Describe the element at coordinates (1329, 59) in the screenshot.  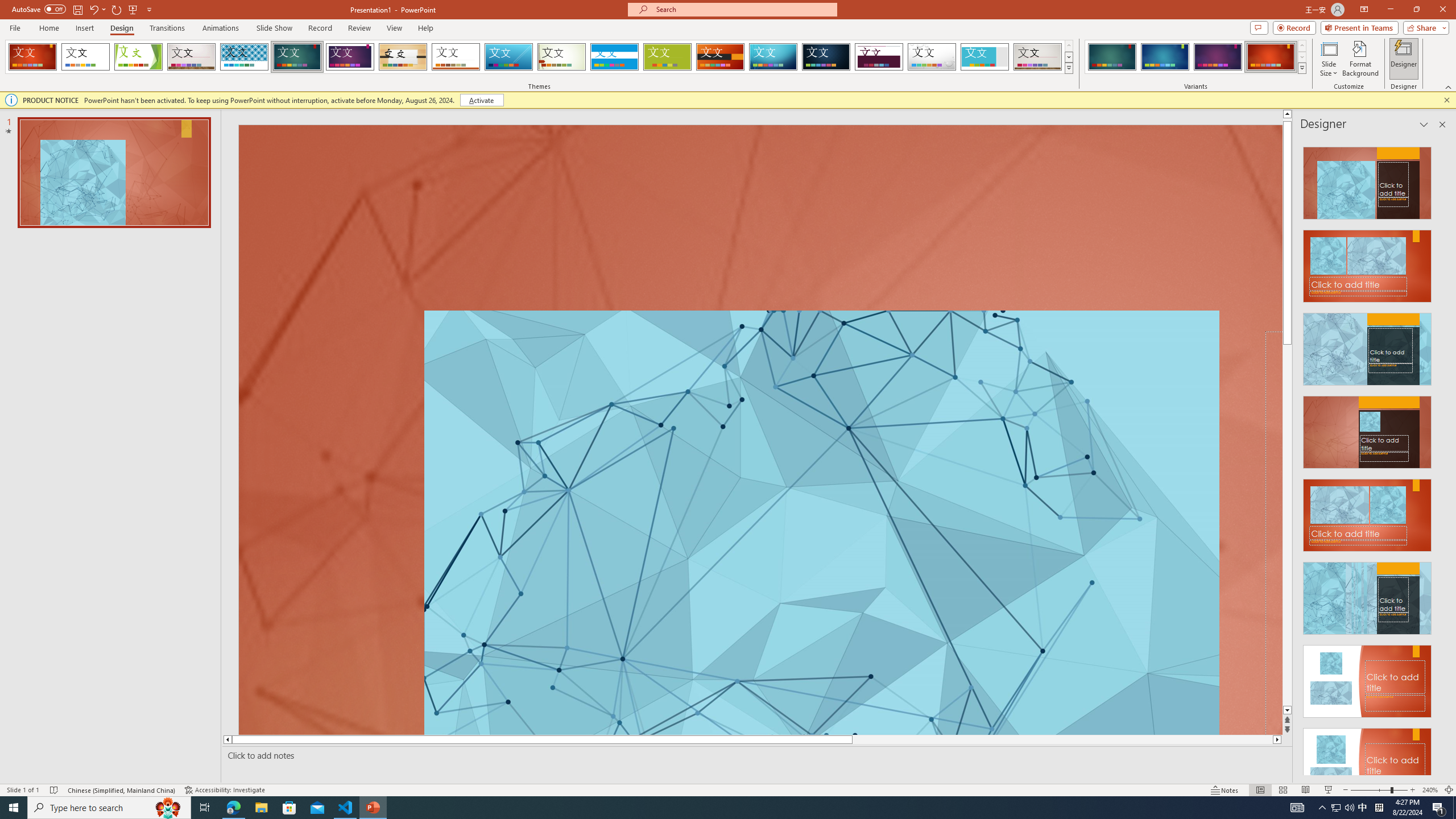
I see `'Slide Size'` at that location.